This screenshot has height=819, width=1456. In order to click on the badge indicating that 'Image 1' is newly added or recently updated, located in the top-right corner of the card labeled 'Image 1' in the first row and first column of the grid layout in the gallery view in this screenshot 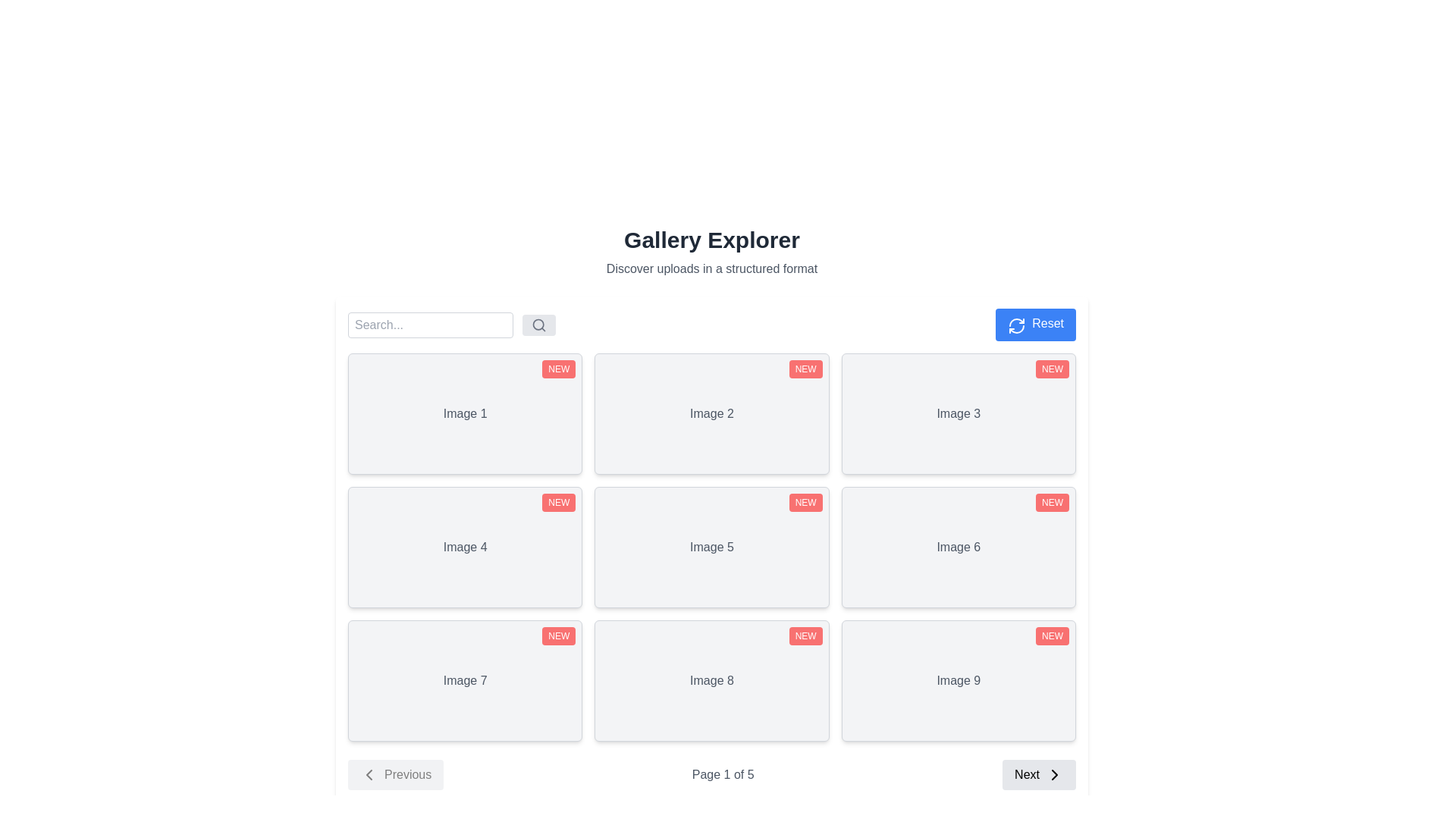, I will do `click(558, 369)`.